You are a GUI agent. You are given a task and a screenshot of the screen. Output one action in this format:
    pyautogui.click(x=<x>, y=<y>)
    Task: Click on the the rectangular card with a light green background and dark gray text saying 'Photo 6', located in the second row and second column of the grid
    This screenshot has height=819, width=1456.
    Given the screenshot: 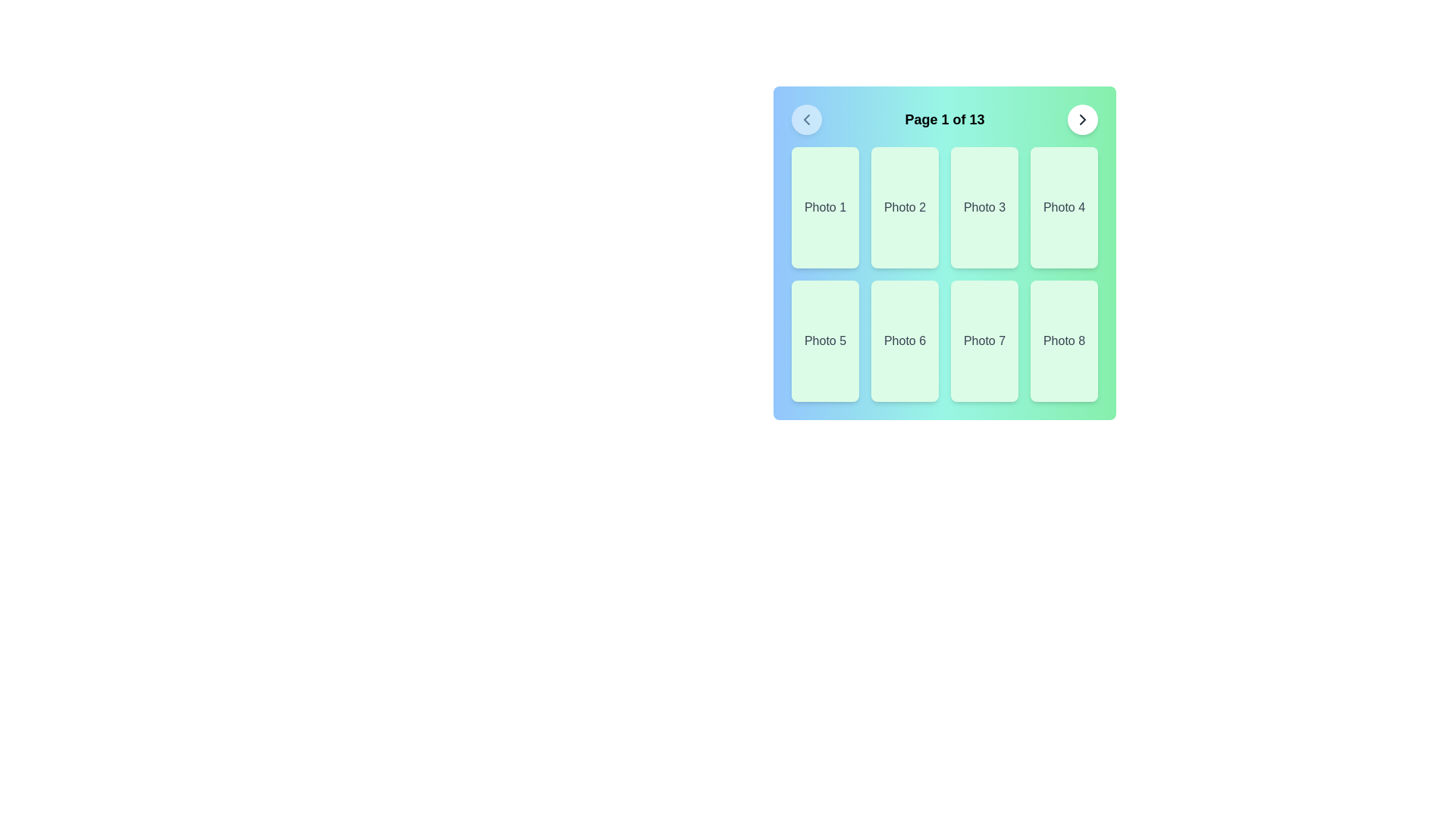 What is the action you would take?
    pyautogui.click(x=905, y=341)
    